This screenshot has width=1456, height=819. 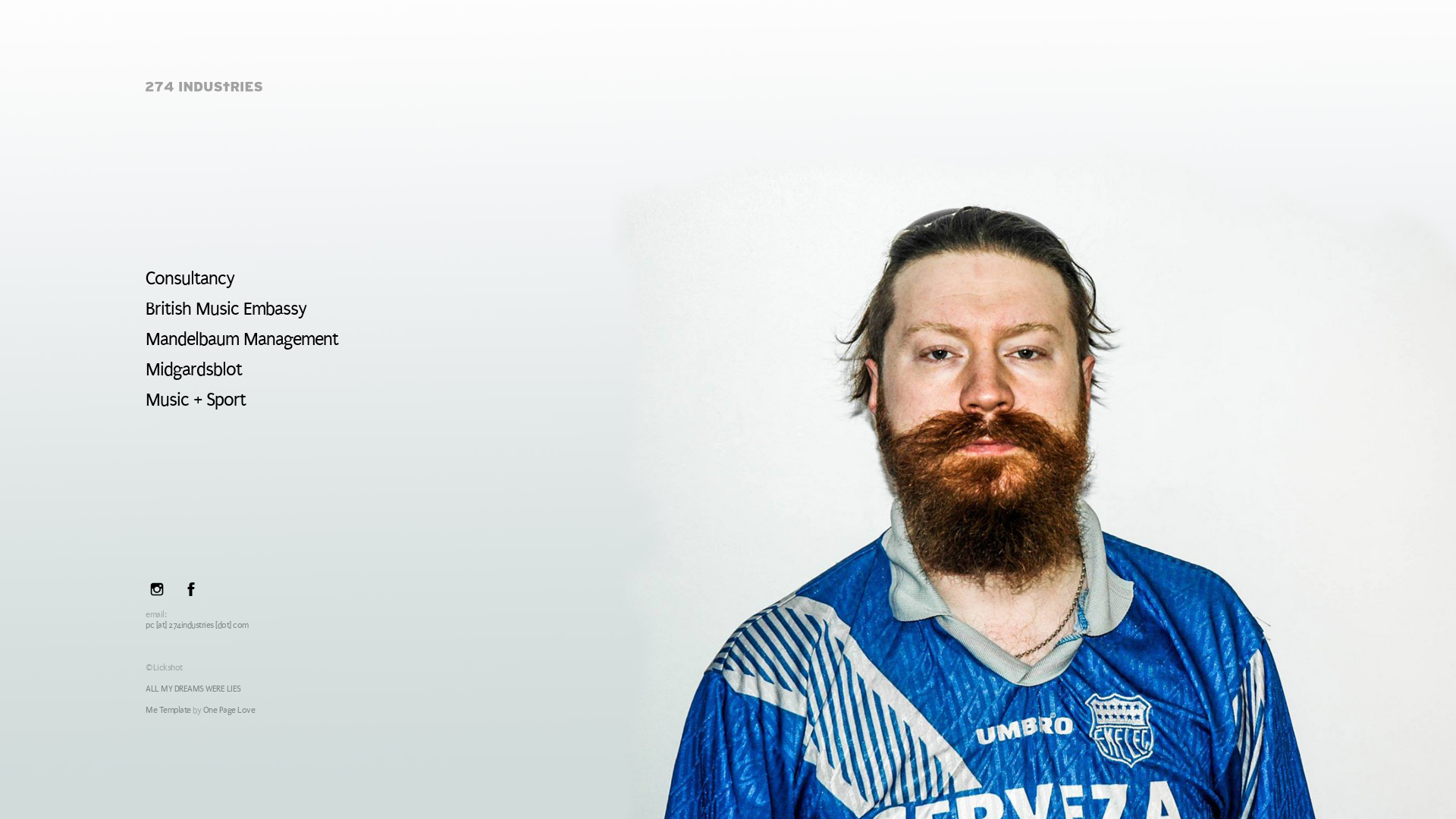 I want to click on 'One Page Love', so click(x=228, y=710).